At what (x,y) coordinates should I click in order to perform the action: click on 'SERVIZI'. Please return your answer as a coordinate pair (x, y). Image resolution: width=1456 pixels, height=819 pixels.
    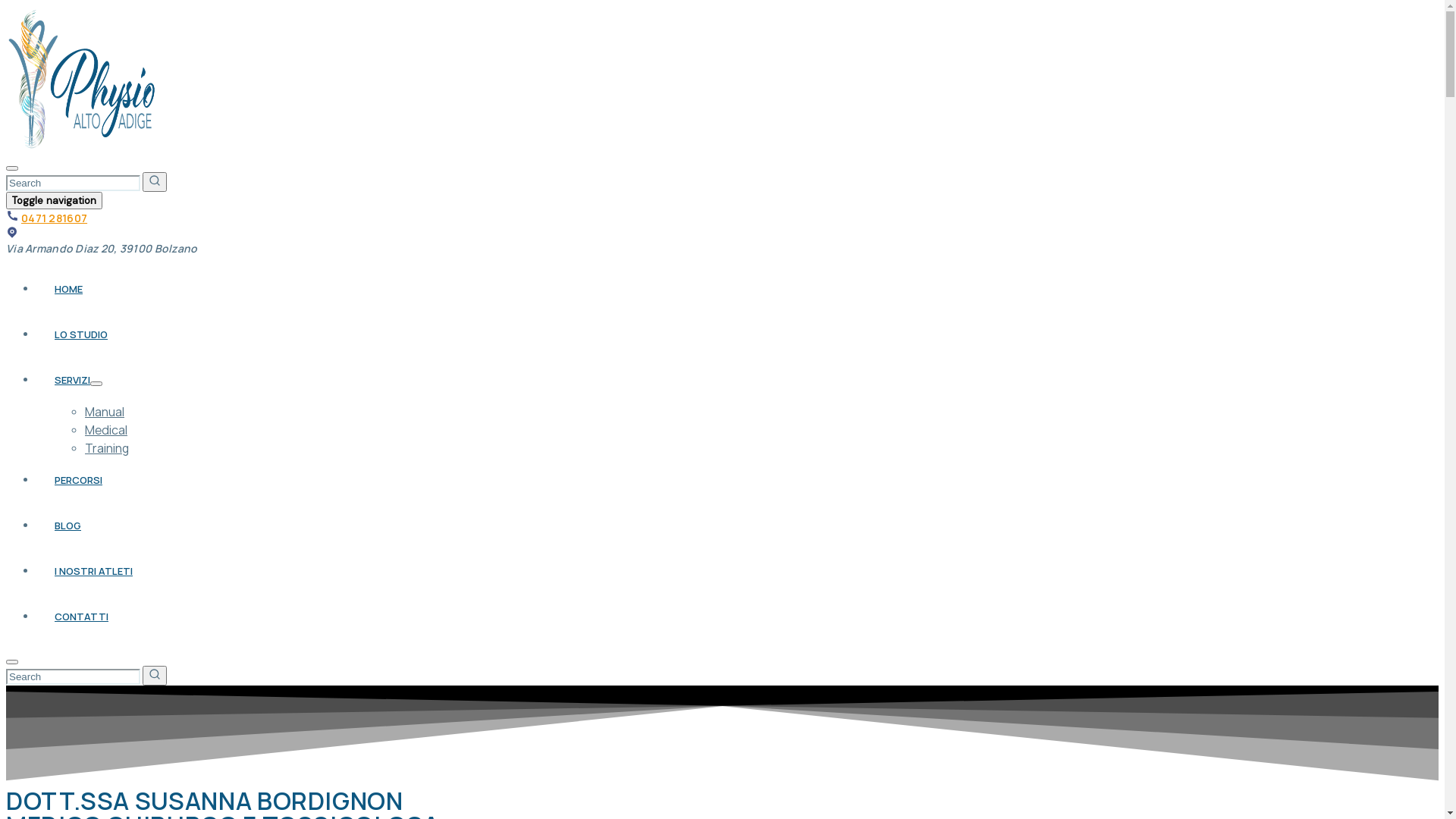
    Looking at the image, I should click on (71, 379).